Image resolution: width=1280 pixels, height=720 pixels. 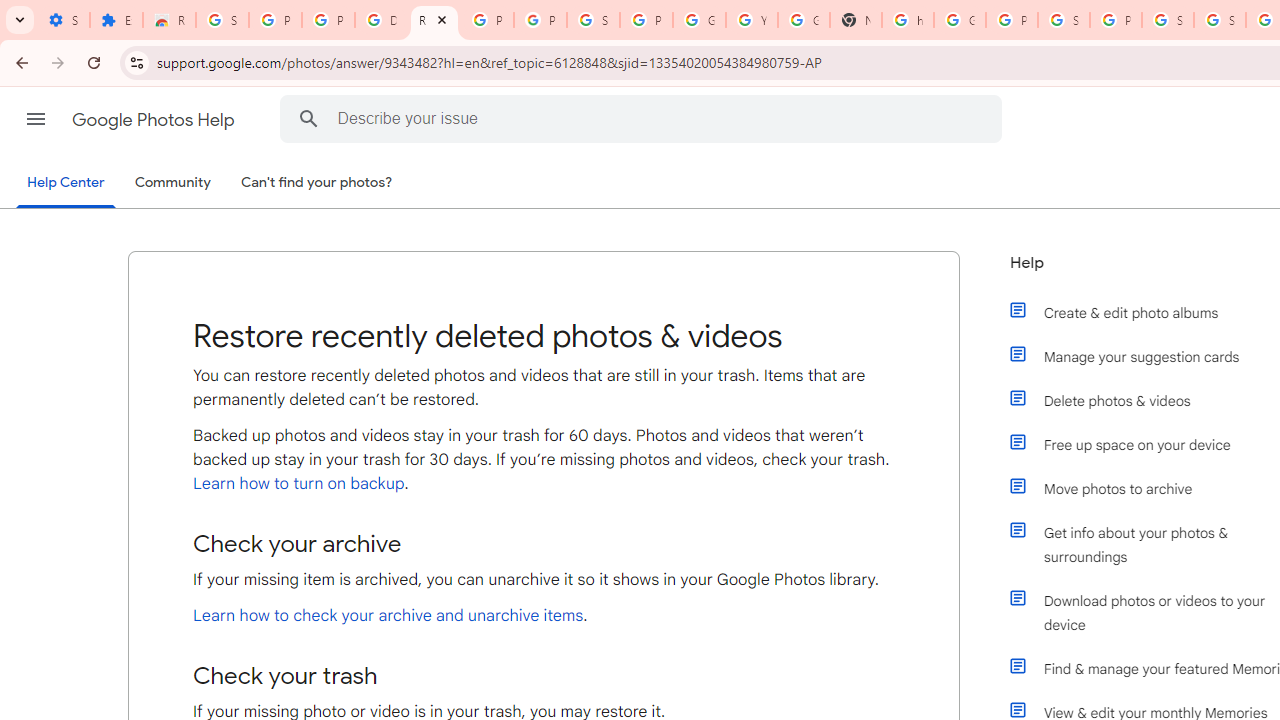 What do you see at coordinates (65, 183) in the screenshot?
I see `'Help Center'` at bounding box center [65, 183].